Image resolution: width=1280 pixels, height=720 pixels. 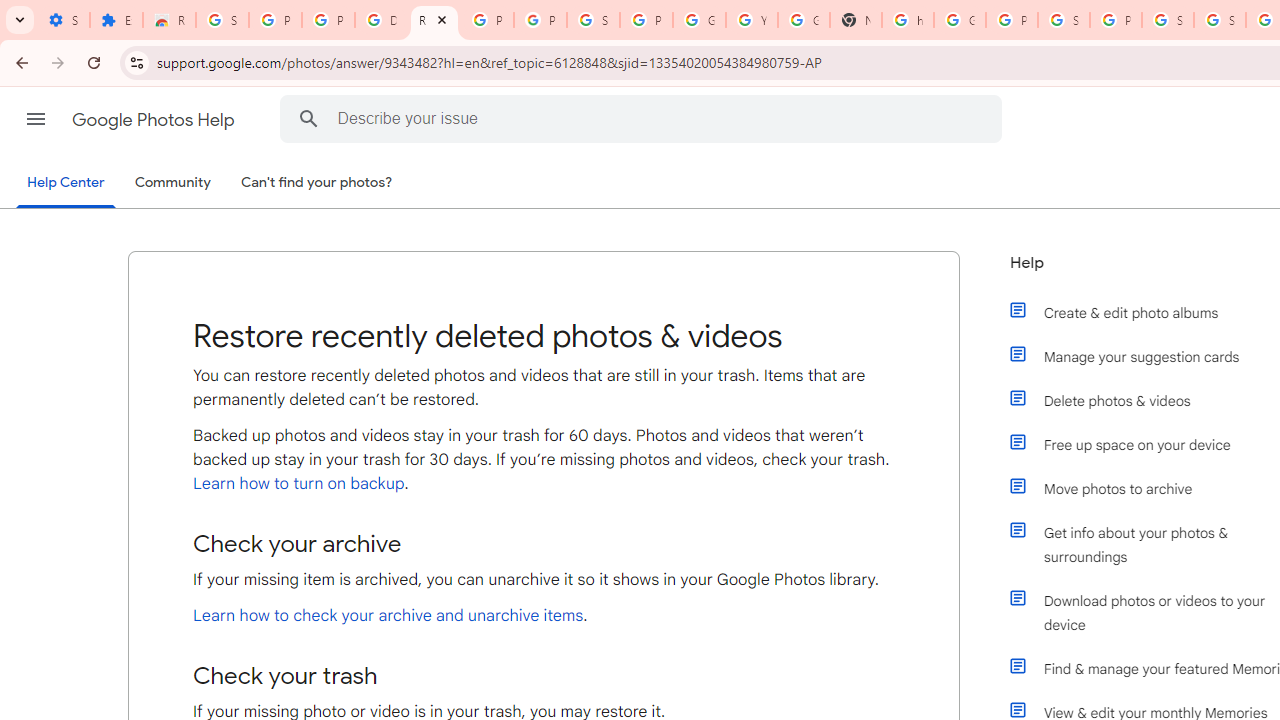 What do you see at coordinates (65, 183) in the screenshot?
I see `'Help Center'` at bounding box center [65, 183].